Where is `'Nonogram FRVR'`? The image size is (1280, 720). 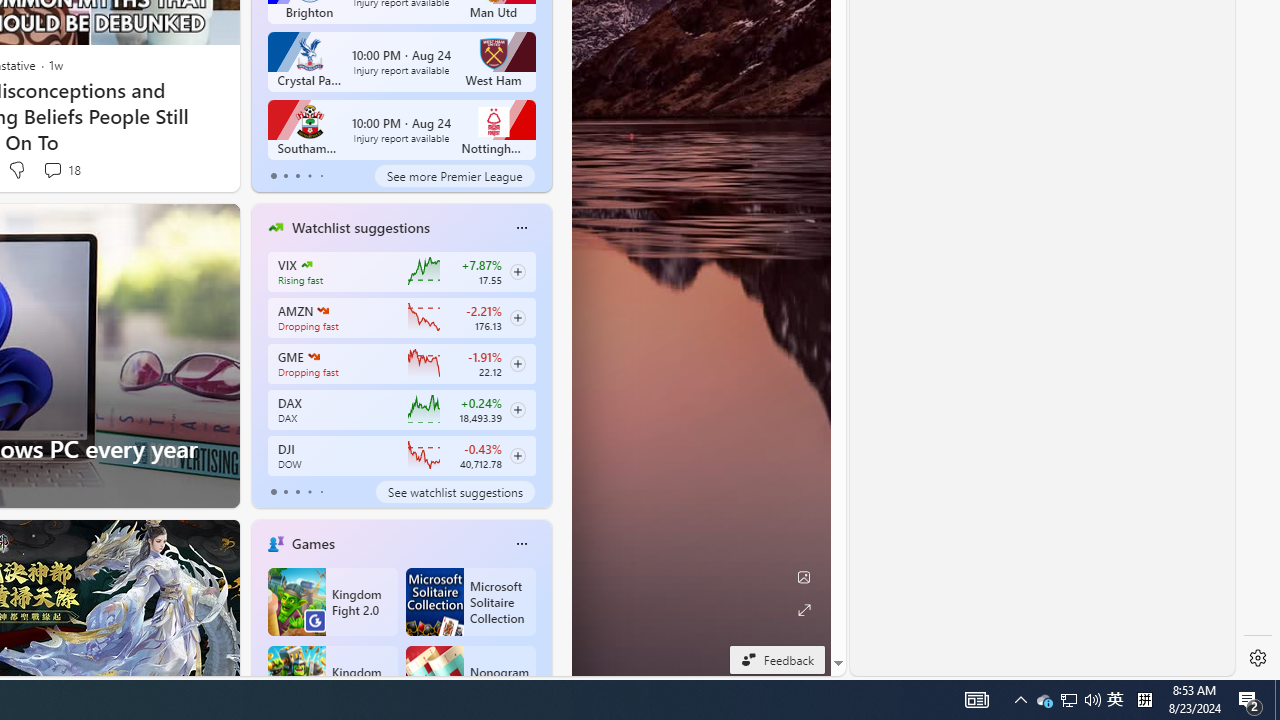 'Nonogram FRVR' is located at coordinates (469, 679).